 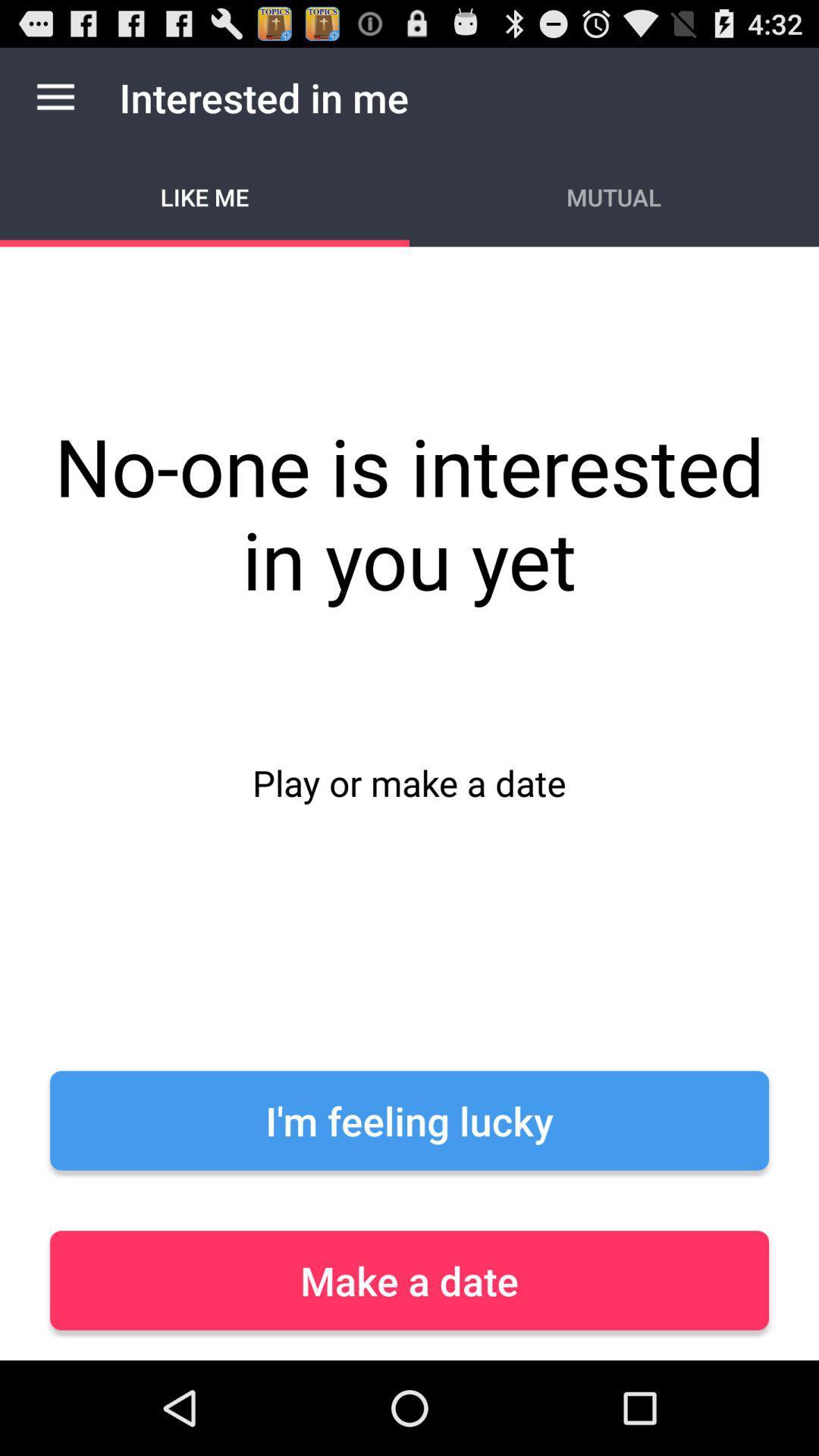 What do you see at coordinates (409, 1120) in the screenshot?
I see `the icon below play or make item` at bounding box center [409, 1120].